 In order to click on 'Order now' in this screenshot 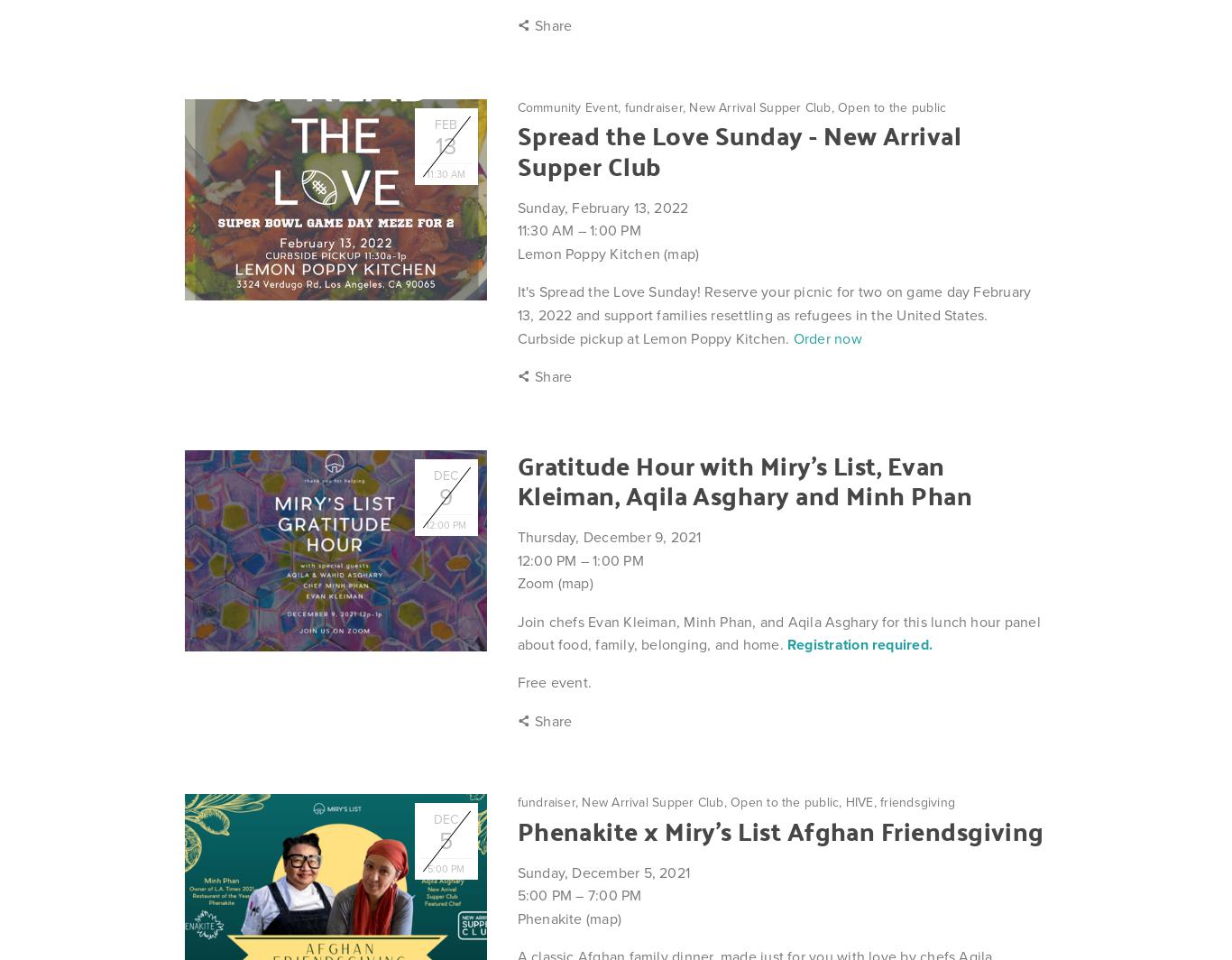, I will do `click(826, 337)`.